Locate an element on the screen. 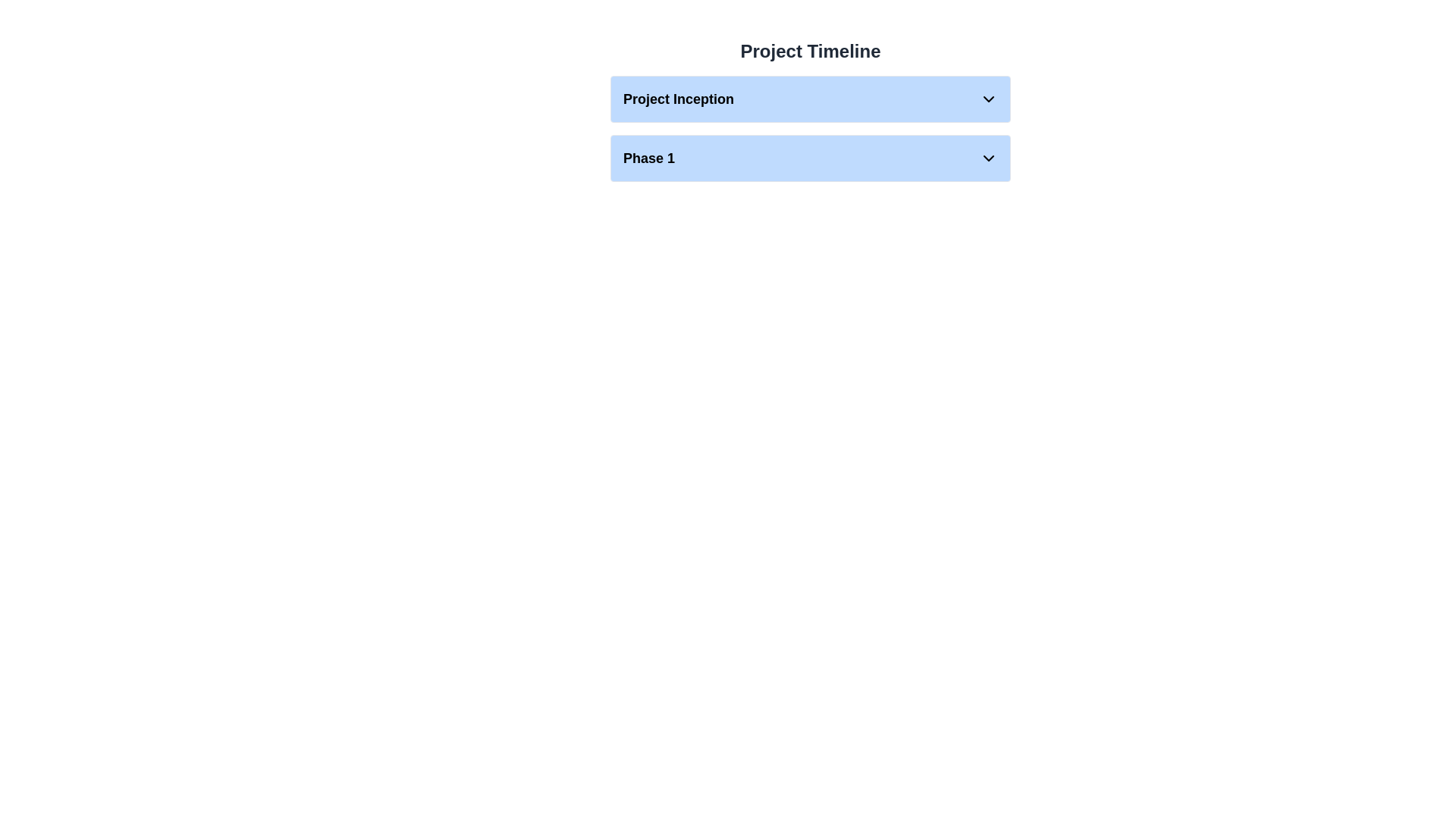  the second item in the vertical list of blocks, titled 'Phase 1' is located at coordinates (810, 158).